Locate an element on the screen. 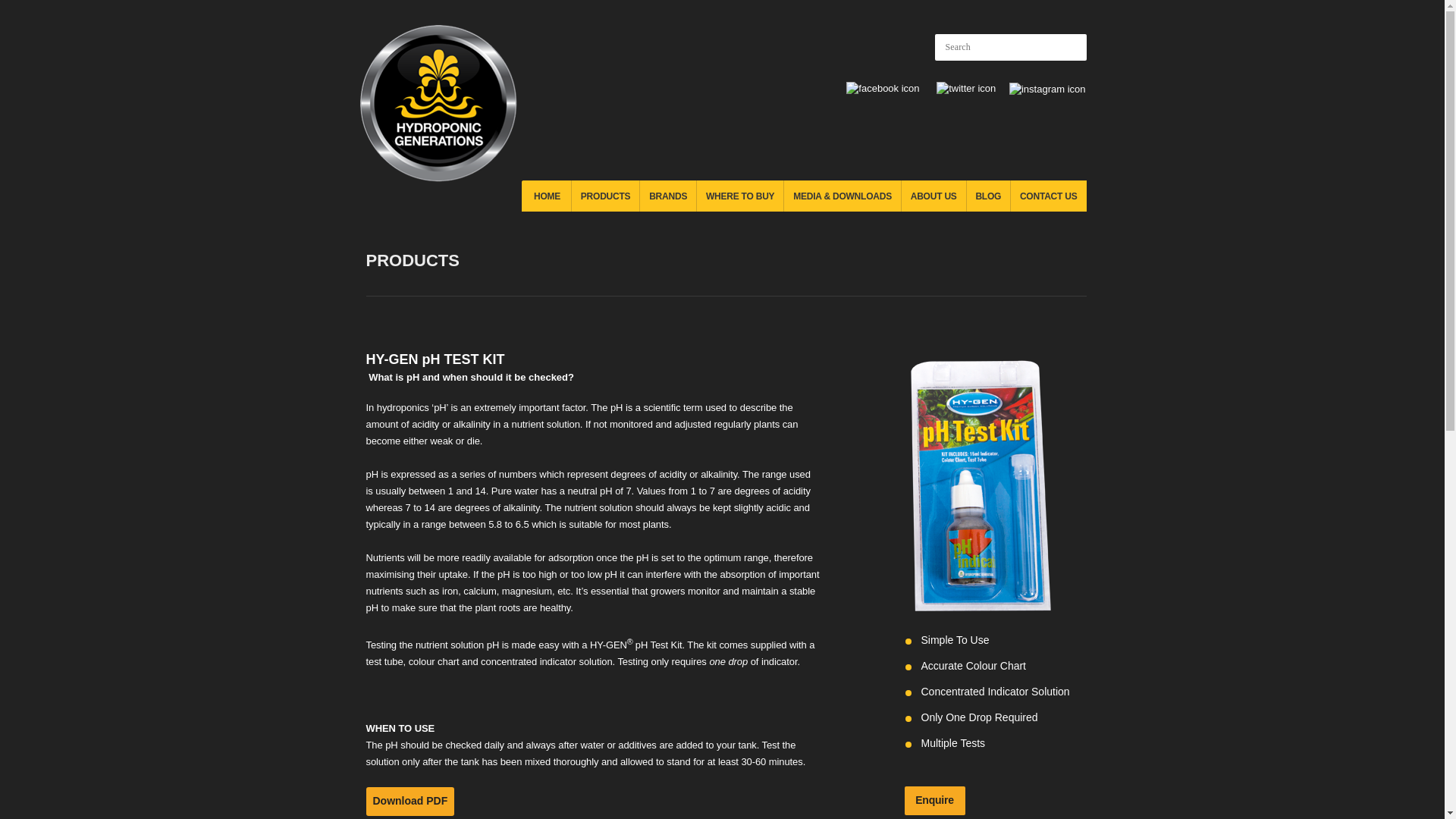 The width and height of the screenshot is (1456, 819). 'Enquire' is located at coordinates (934, 800).